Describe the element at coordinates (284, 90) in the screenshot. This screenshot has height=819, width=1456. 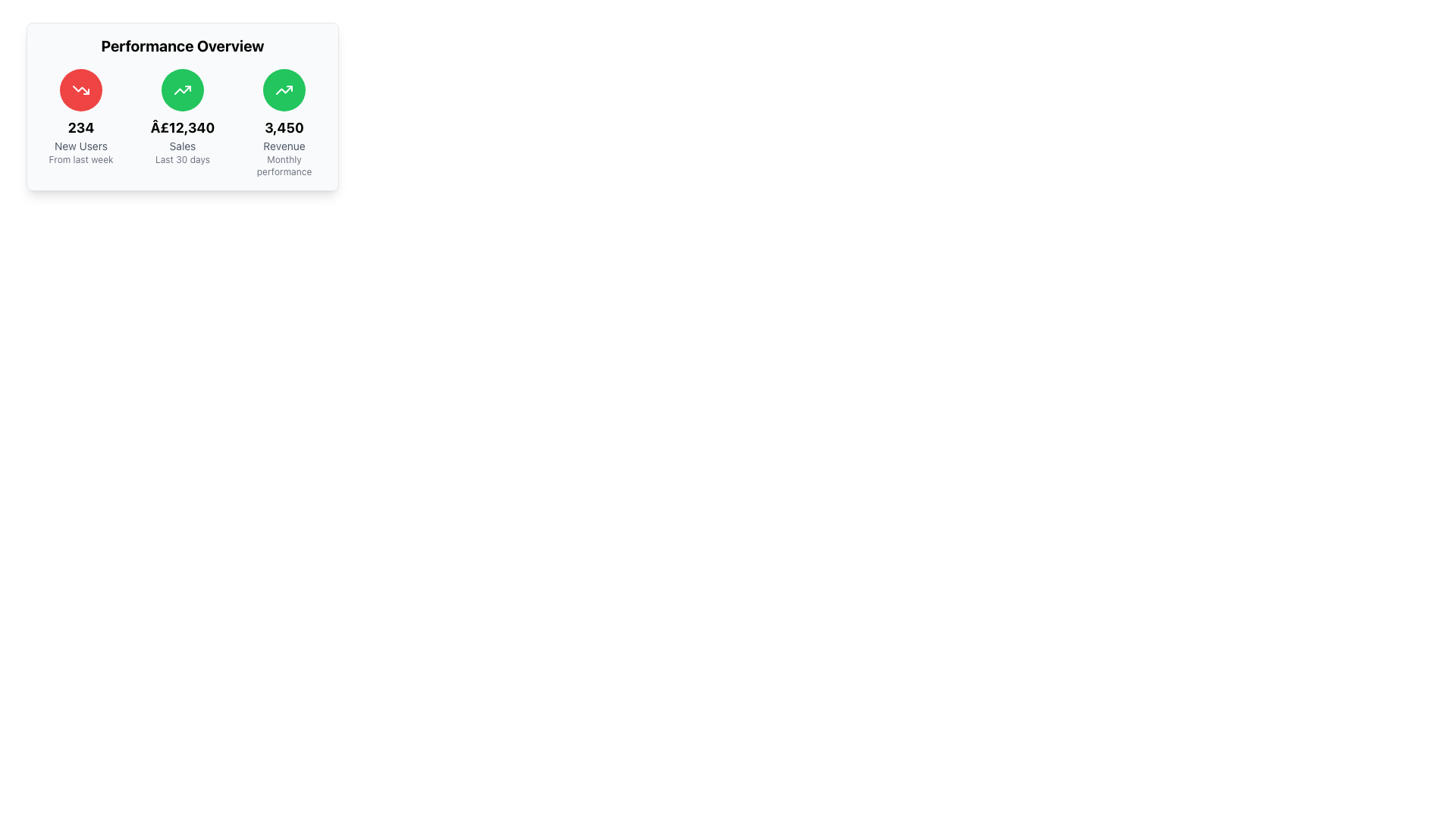
I see `the small vector icon depicting an upward-trending line graph with an arrow at the top right, which symbolizes an increase or growth` at that location.